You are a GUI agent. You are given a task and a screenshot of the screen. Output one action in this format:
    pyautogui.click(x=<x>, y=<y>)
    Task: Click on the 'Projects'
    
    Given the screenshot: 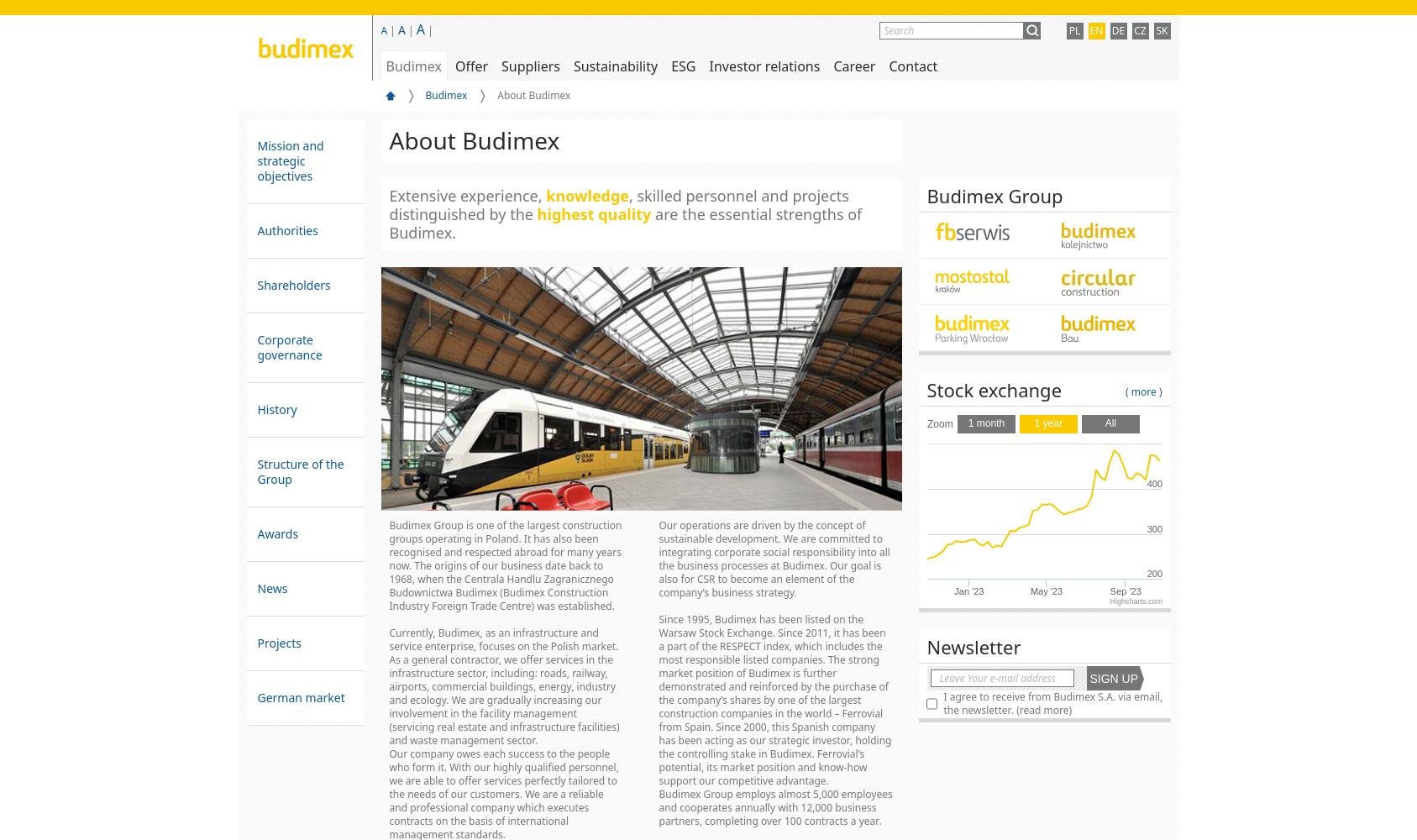 What is the action you would take?
    pyautogui.click(x=256, y=643)
    